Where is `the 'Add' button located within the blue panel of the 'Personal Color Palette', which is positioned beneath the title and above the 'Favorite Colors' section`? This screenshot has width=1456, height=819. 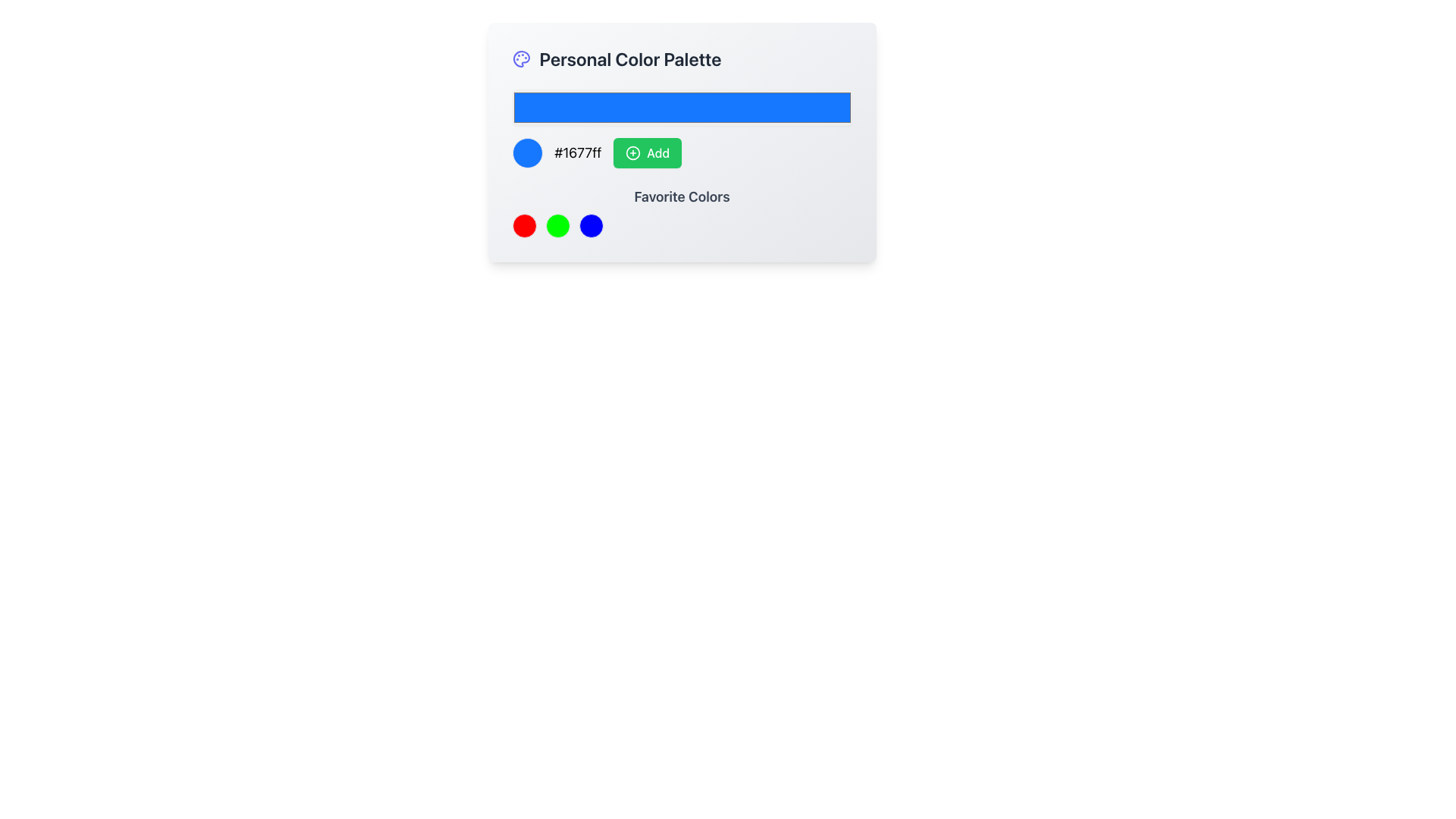
the 'Add' button located within the blue panel of the 'Personal Color Palette', which is positioned beneath the title and above the 'Favorite Colors' section is located at coordinates (681, 127).